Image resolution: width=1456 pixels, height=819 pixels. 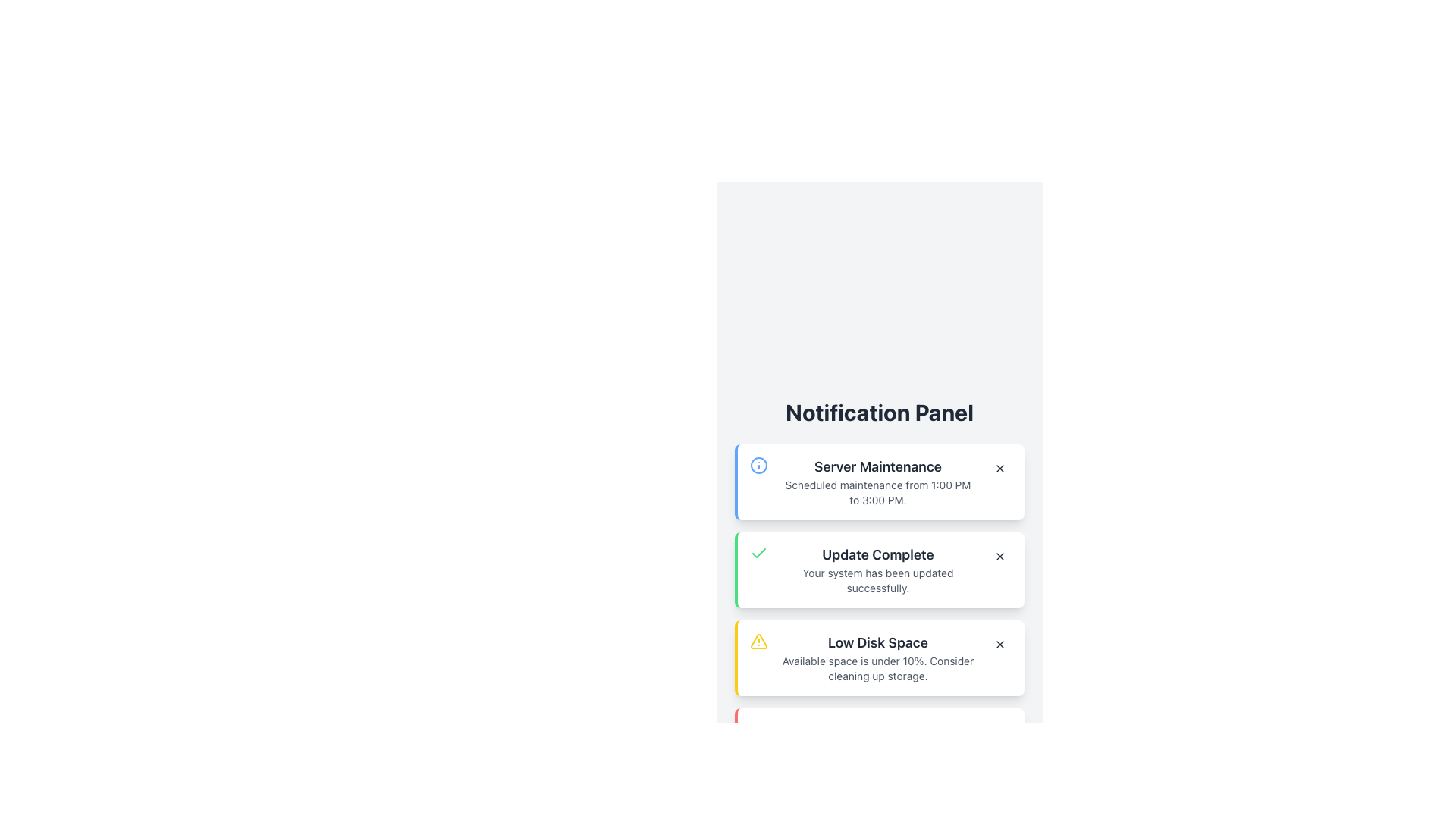 I want to click on the notification box titled 'Server Maintenance' with a white background and blue left border, so click(x=880, y=482).